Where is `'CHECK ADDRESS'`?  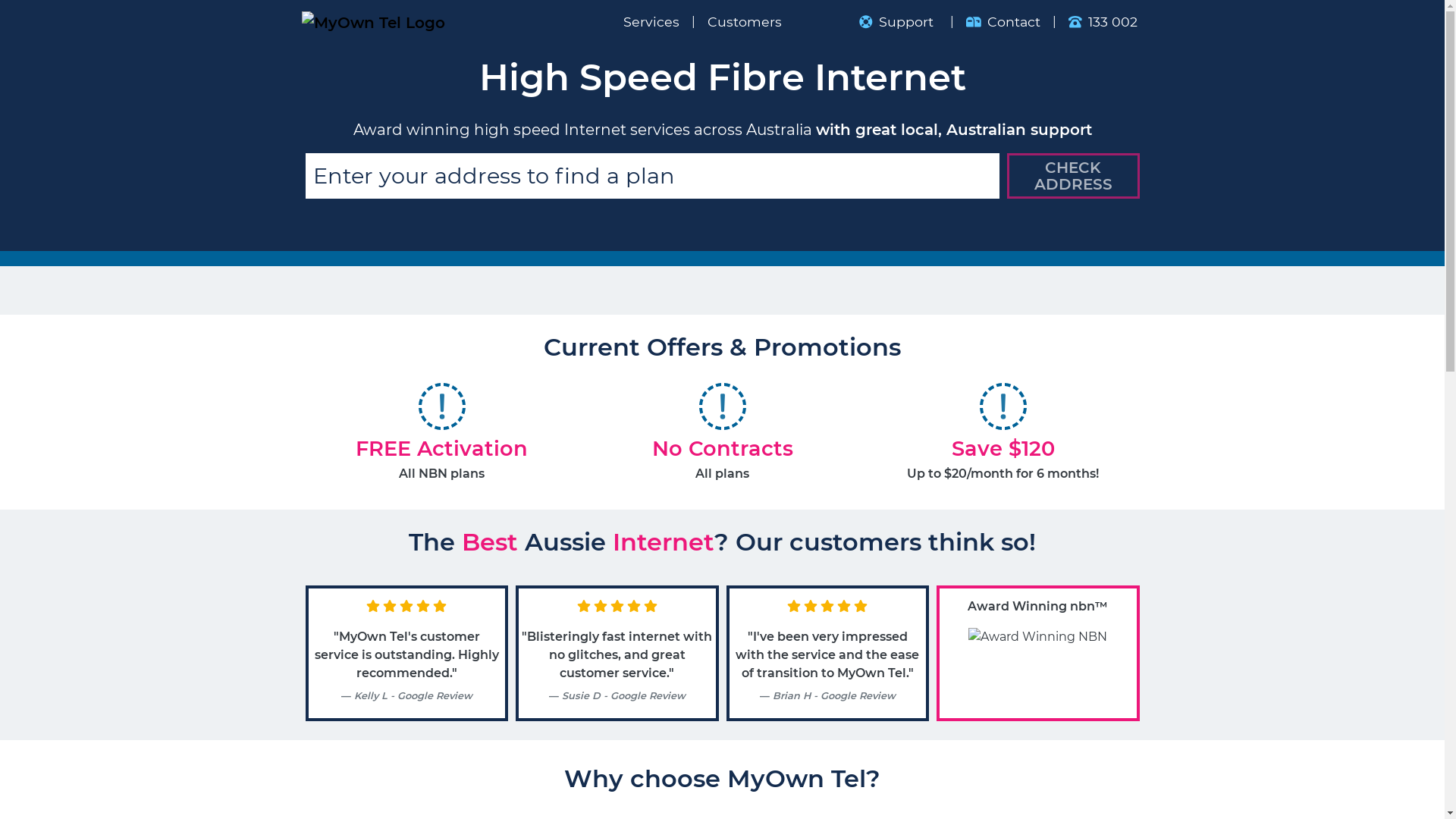
'CHECK ADDRESS' is located at coordinates (1072, 174).